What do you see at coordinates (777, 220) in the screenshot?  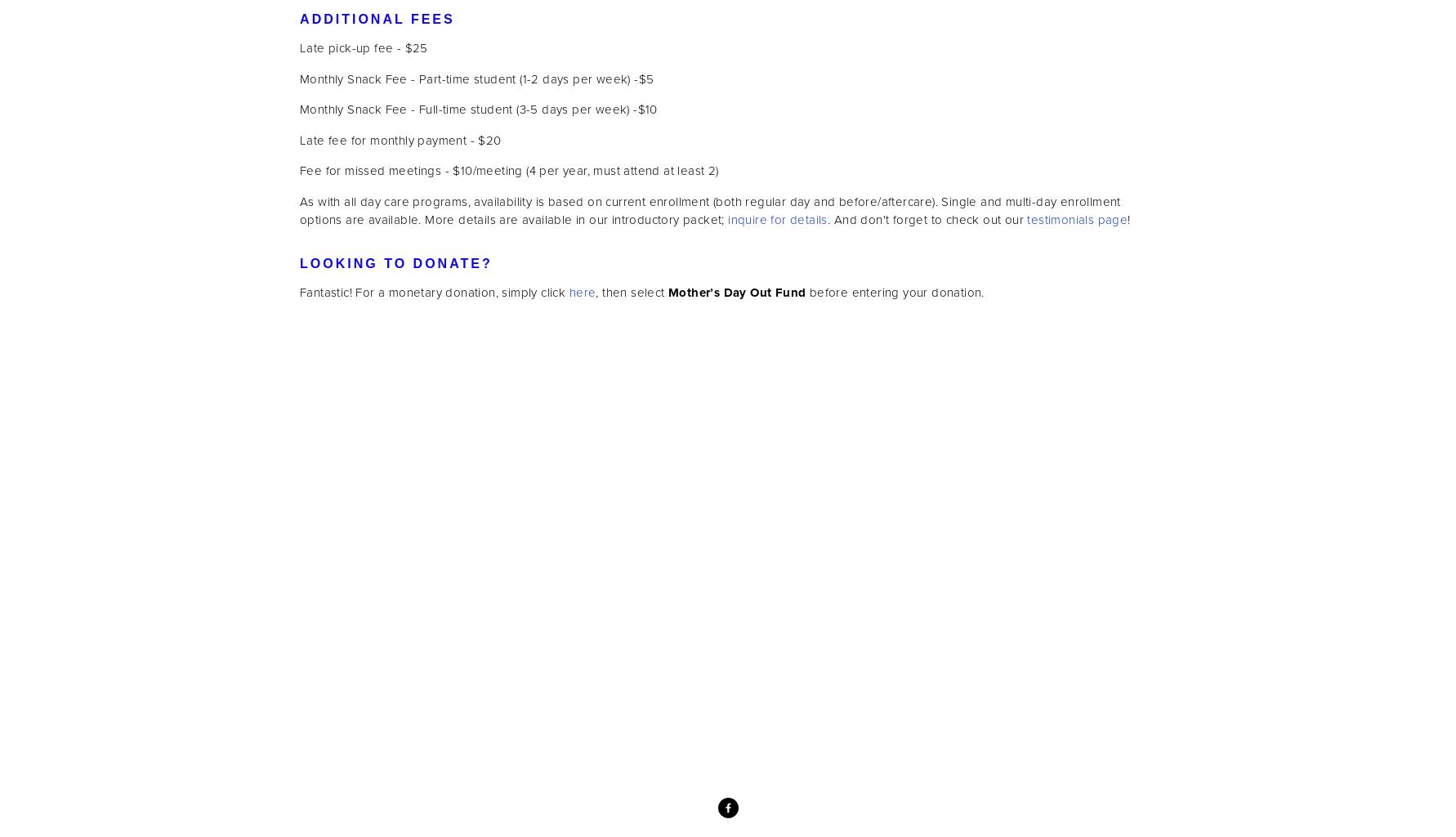 I see `'inquire for details'` at bounding box center [777, 220].